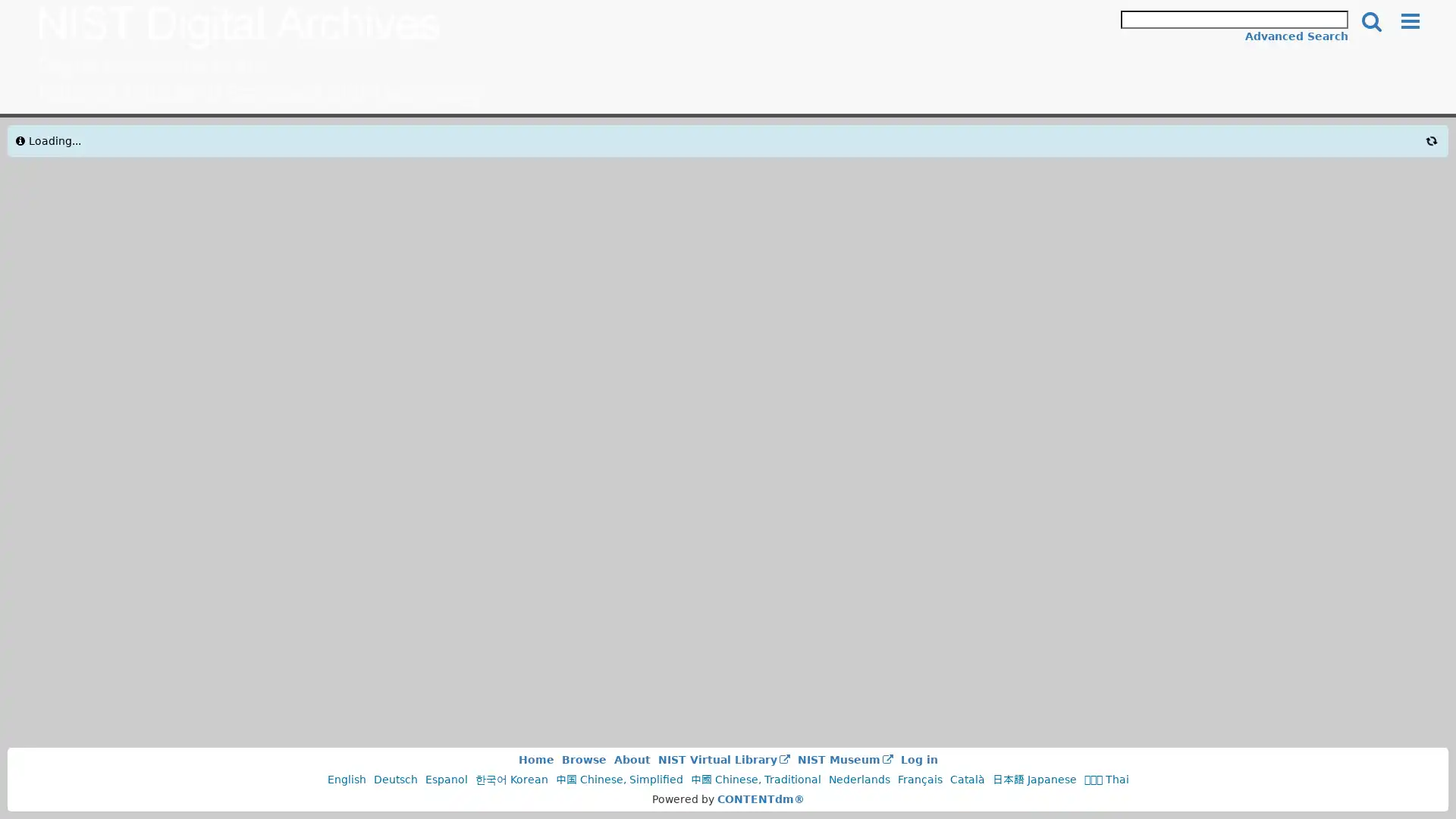 This screenshot has height=819, width=1456. What do you see at coordinates (959, 265) in the screenshot?
I see `Page 6` at bounding box center [959, 265].